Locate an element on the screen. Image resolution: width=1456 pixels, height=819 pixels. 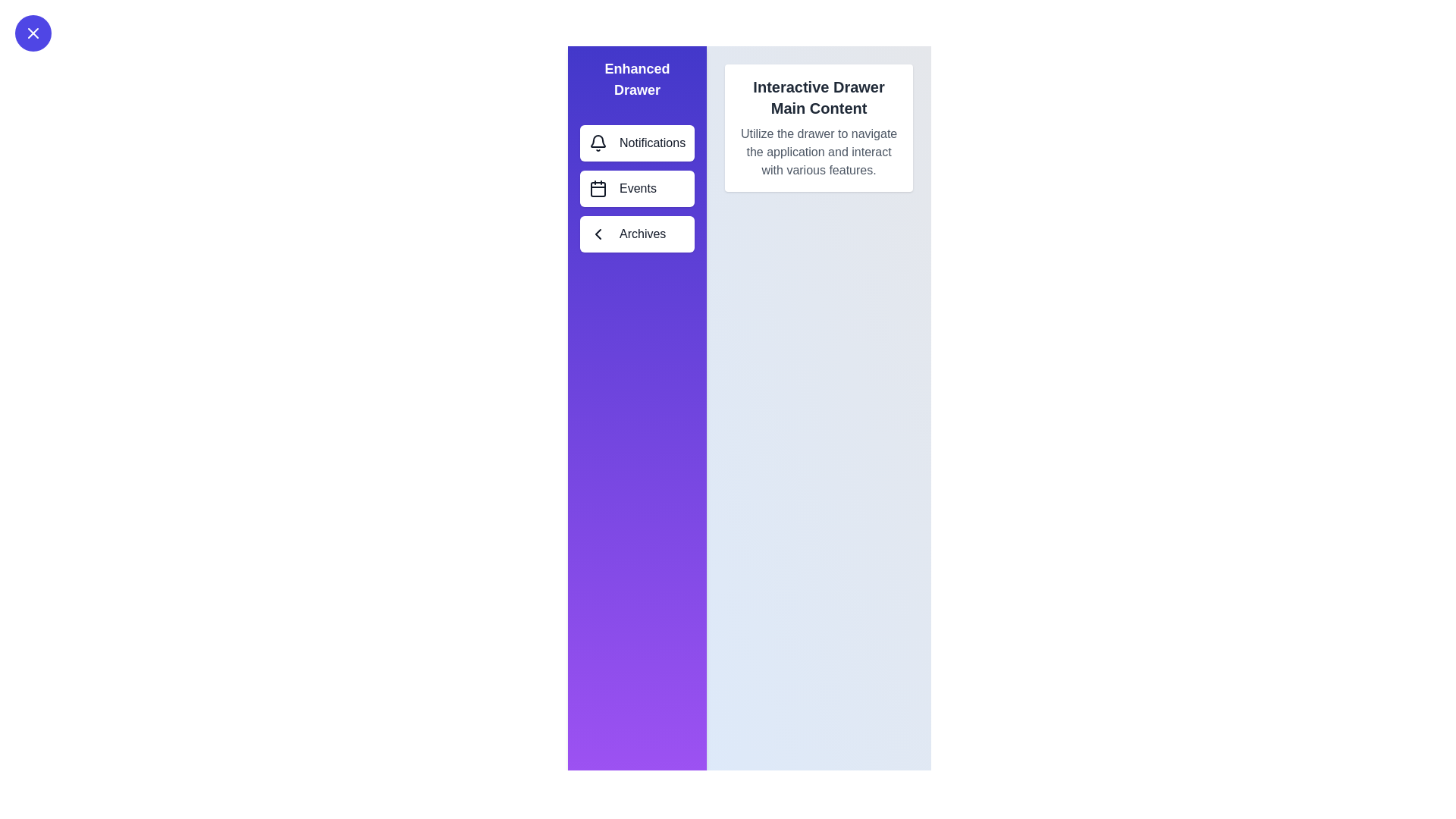
the menu item labeled Events is located at coordinates (637, 188).